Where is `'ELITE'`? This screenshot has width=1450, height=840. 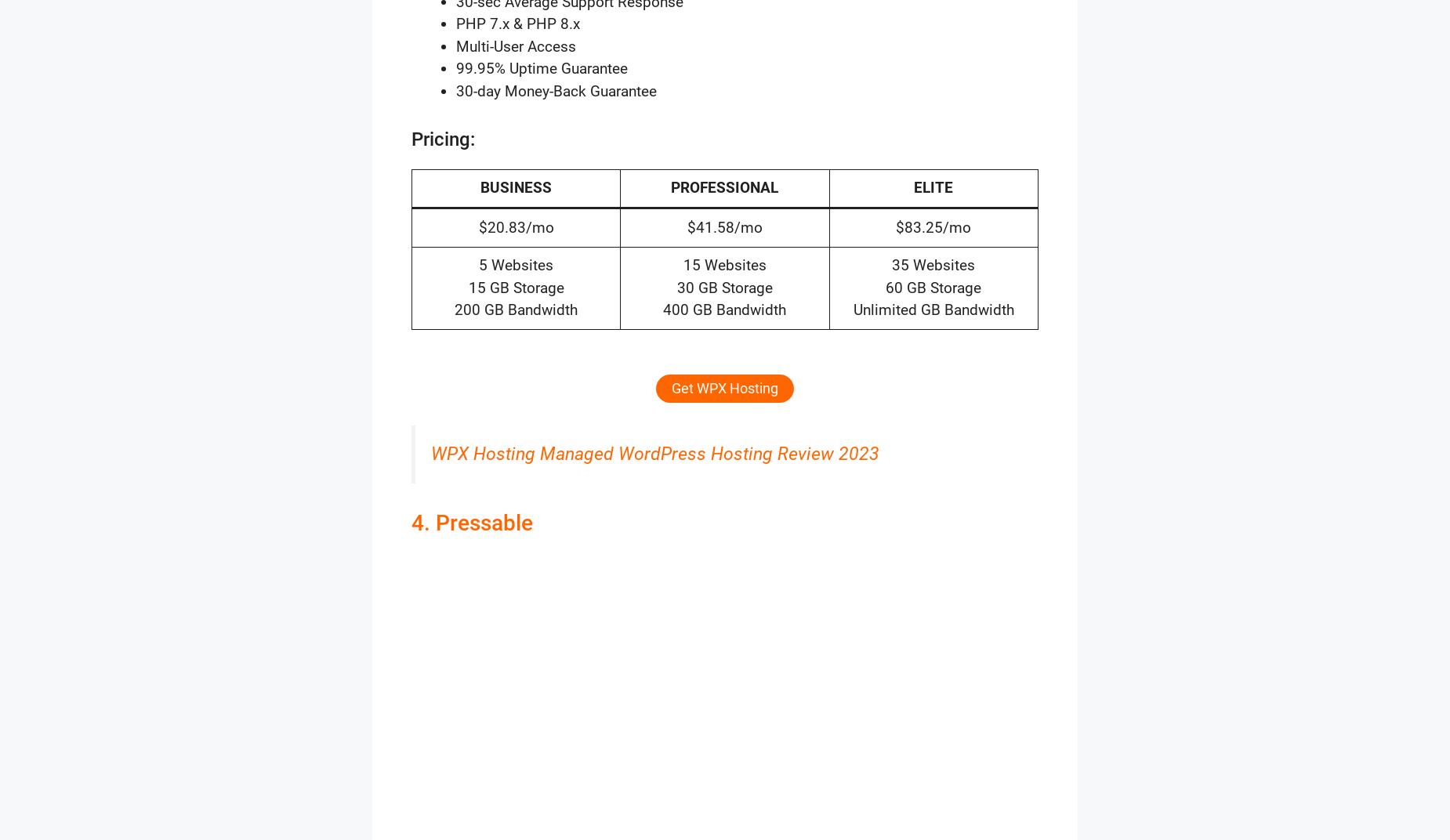
'ELITE' is located at coordinates (933, 187).